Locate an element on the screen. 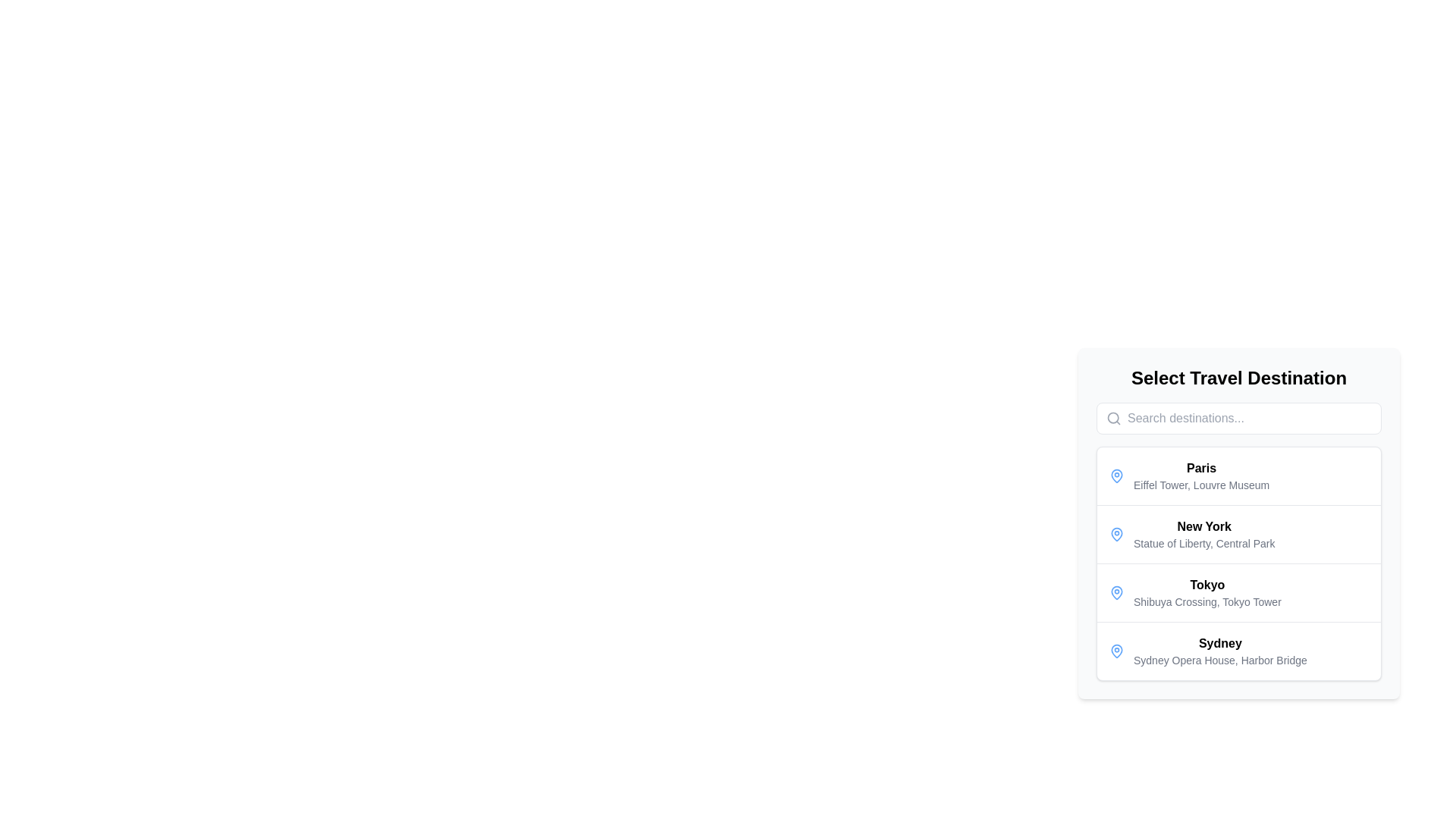 The image size is (1456, 819). on the list item displaying 'New York' in bold, which is the second item in the 'Select Travel Destination' panel is located at coordinates (1203, 534).